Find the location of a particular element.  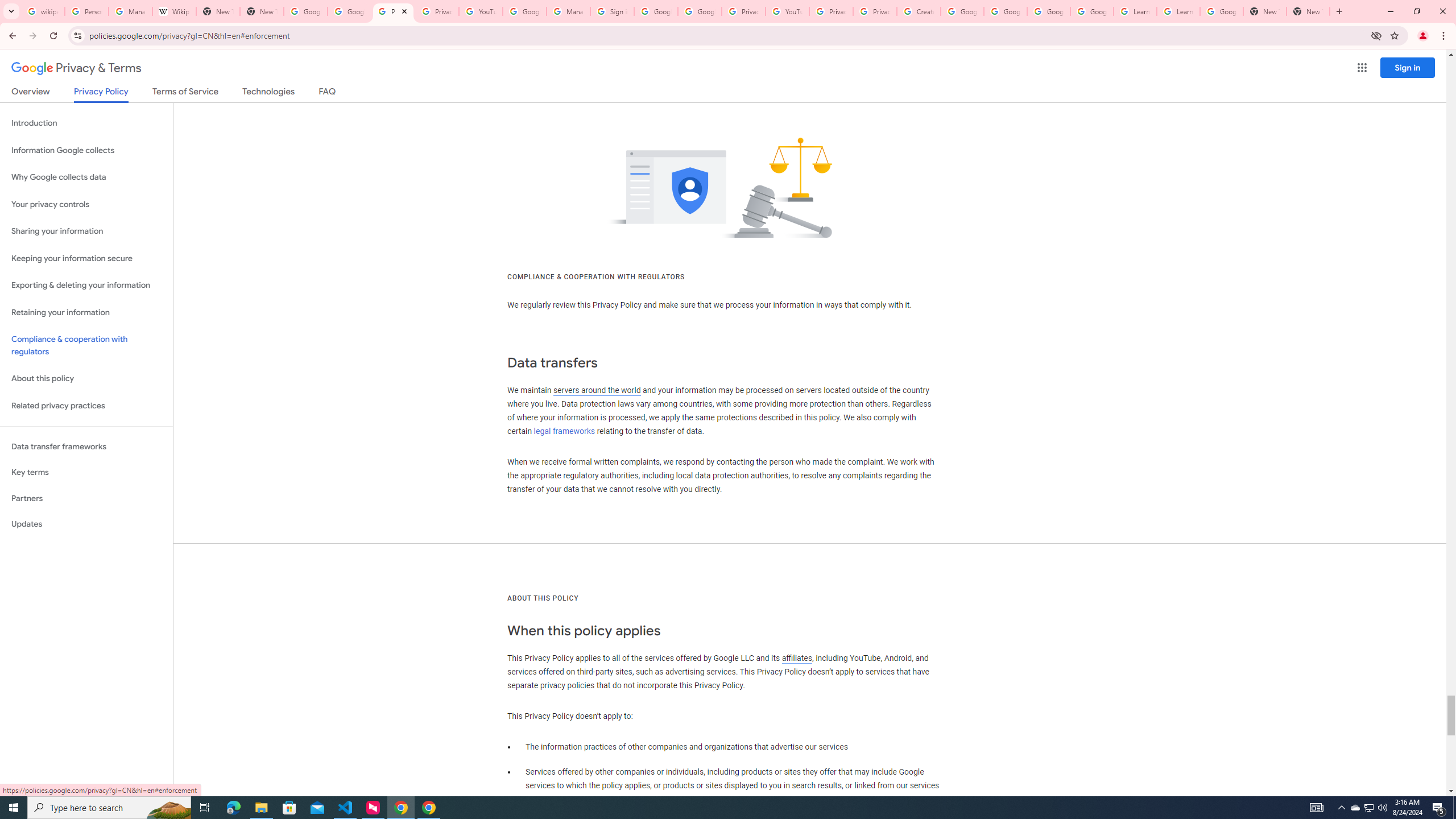

'Introduction' is located at coordinates (86, 122).